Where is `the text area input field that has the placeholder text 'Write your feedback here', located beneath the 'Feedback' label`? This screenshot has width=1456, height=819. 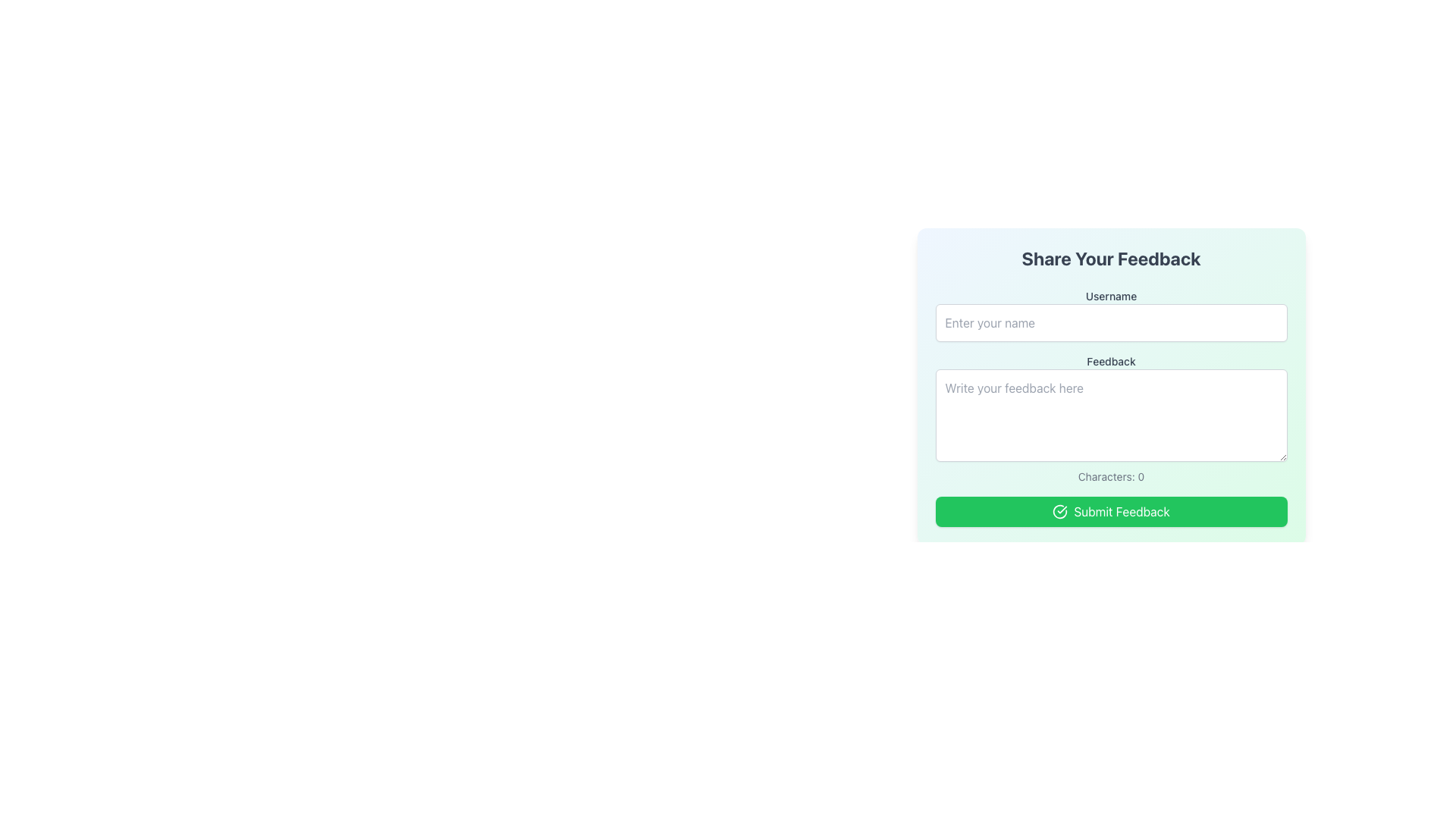 the text area input field that has the placeholder text 'Write your feedback here', located beneath the 'Feedback' label is located at coordinates (1111, 419).